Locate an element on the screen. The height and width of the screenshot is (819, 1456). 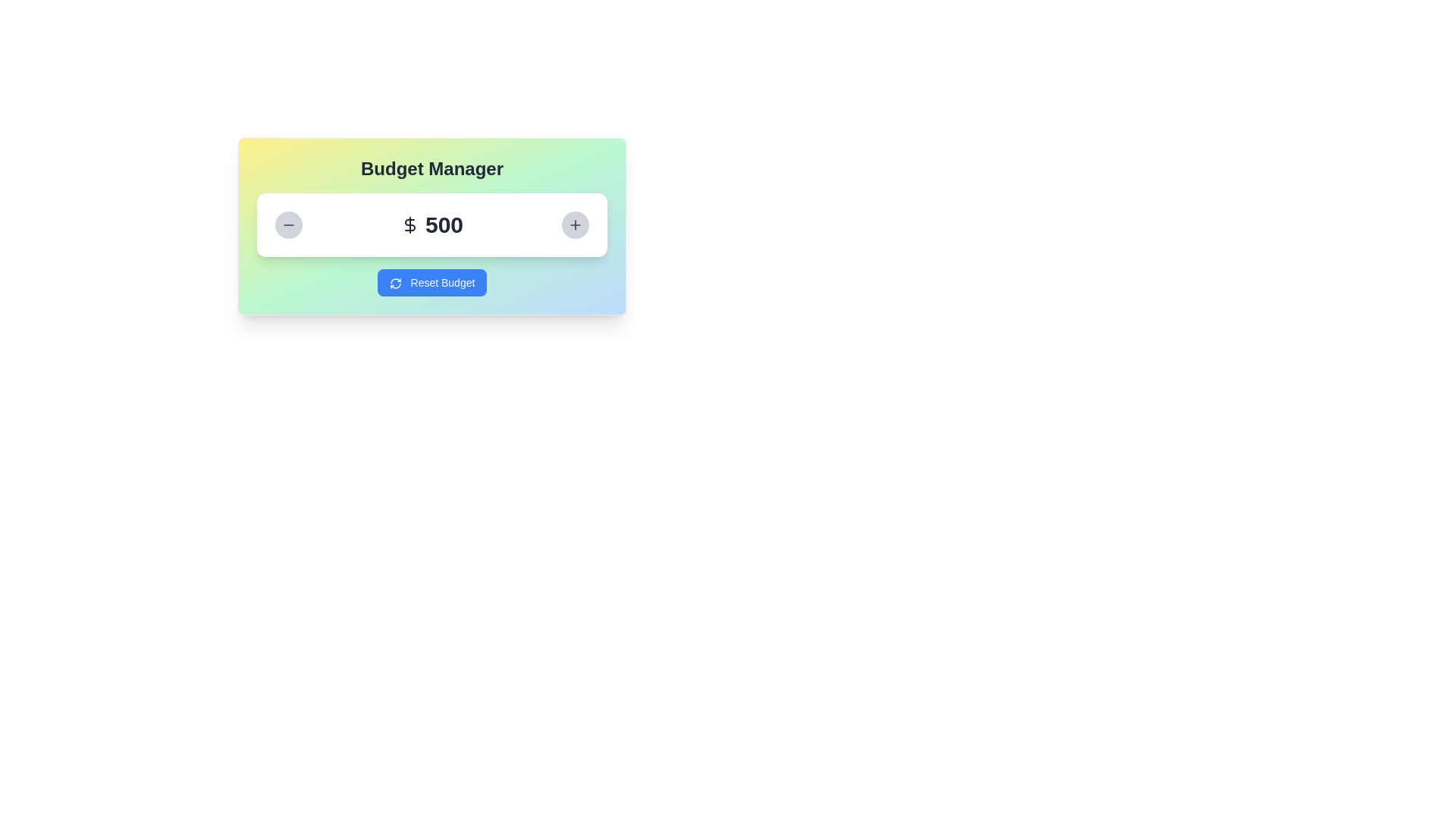
the Text Display with Icon that shows the number '500' with a dollar sign, located between the minus and plus buttons in the budget management tool interface is located at coordinates (431, 225).